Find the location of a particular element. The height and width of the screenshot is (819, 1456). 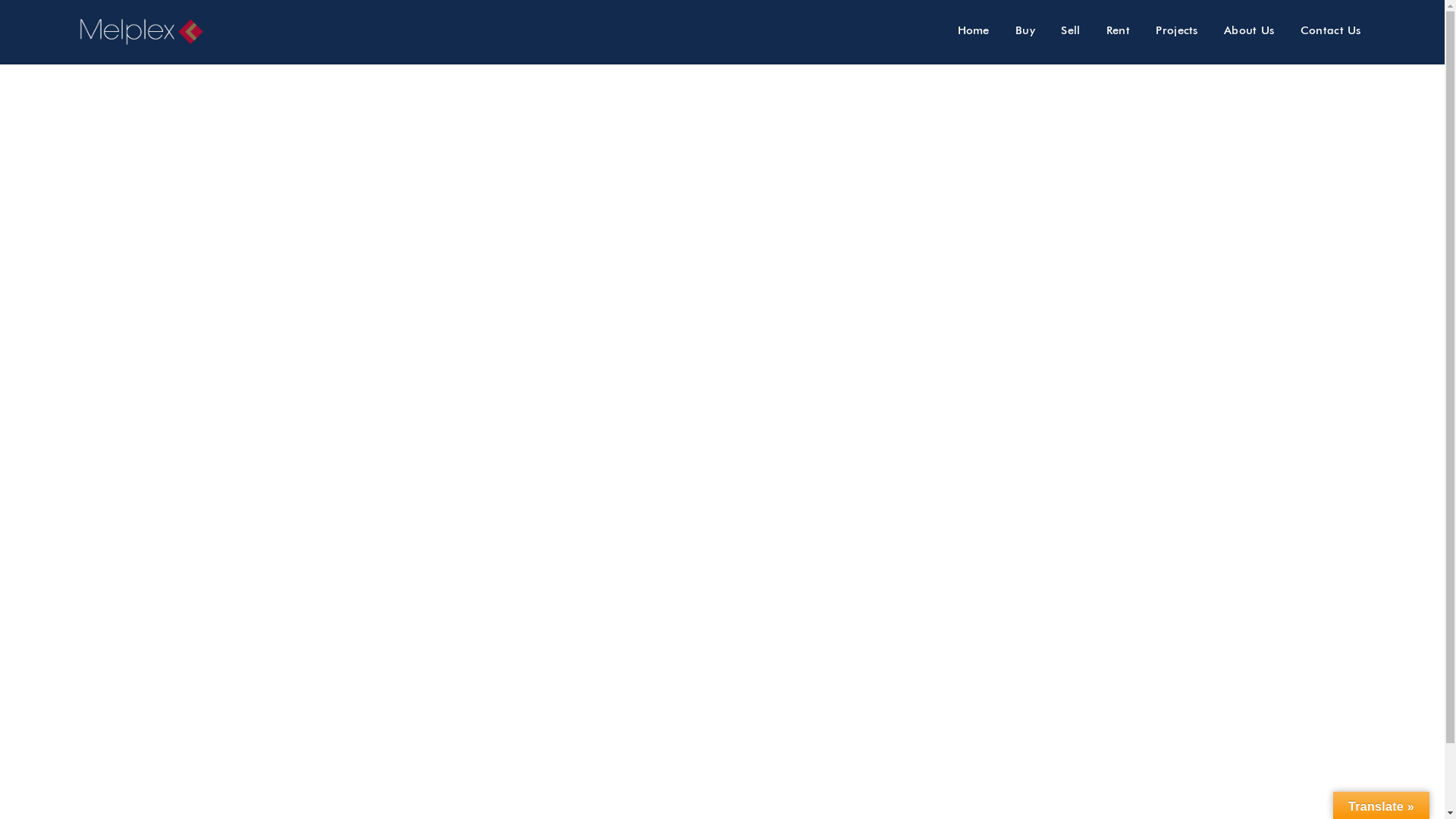

'Rent' is located at coordinates (1118, 30).